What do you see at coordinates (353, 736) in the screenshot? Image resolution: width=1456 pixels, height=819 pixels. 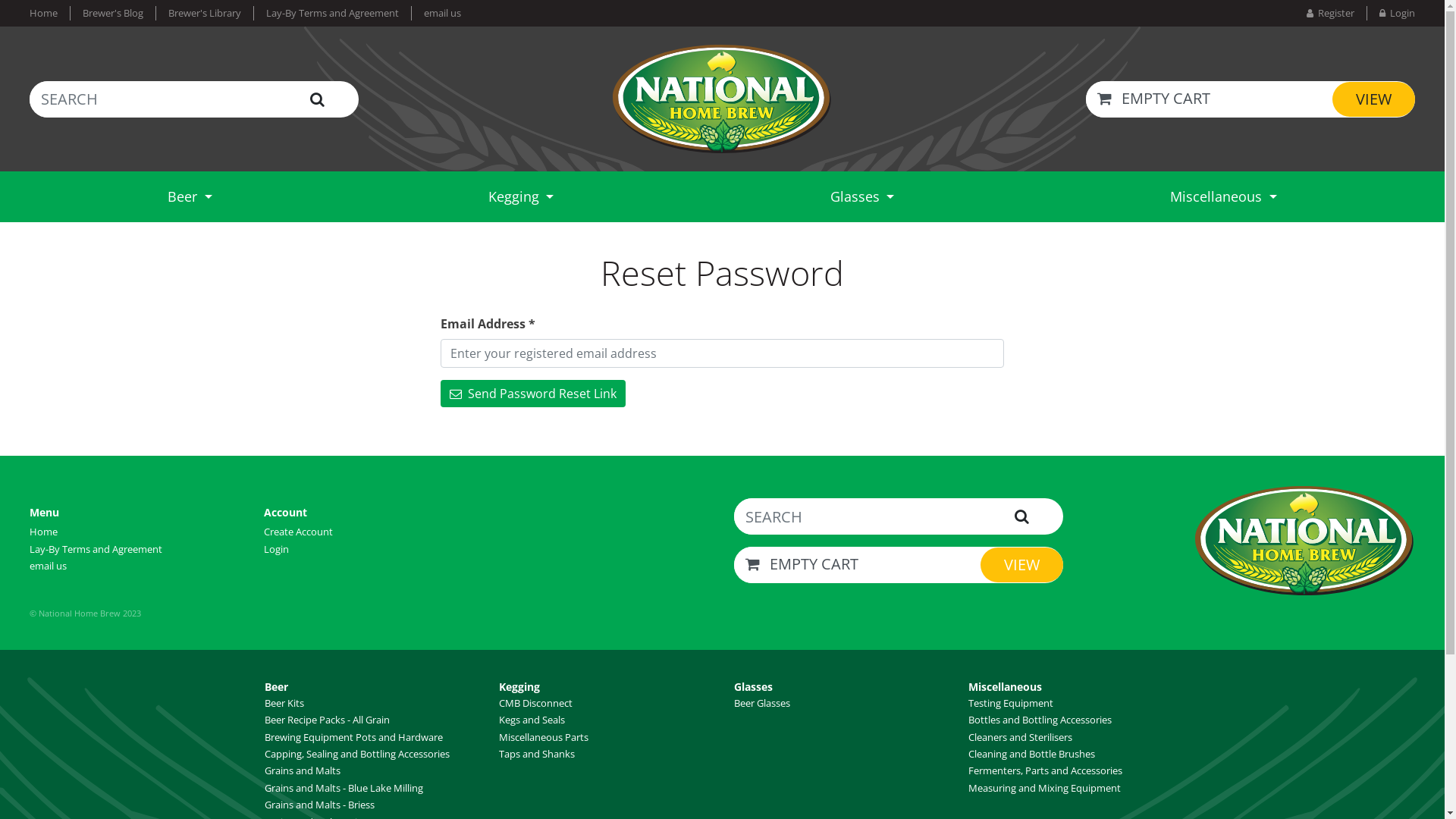 I see `'Brewing Equipment Pots and Hardware'` at bounding box center [353, 736].